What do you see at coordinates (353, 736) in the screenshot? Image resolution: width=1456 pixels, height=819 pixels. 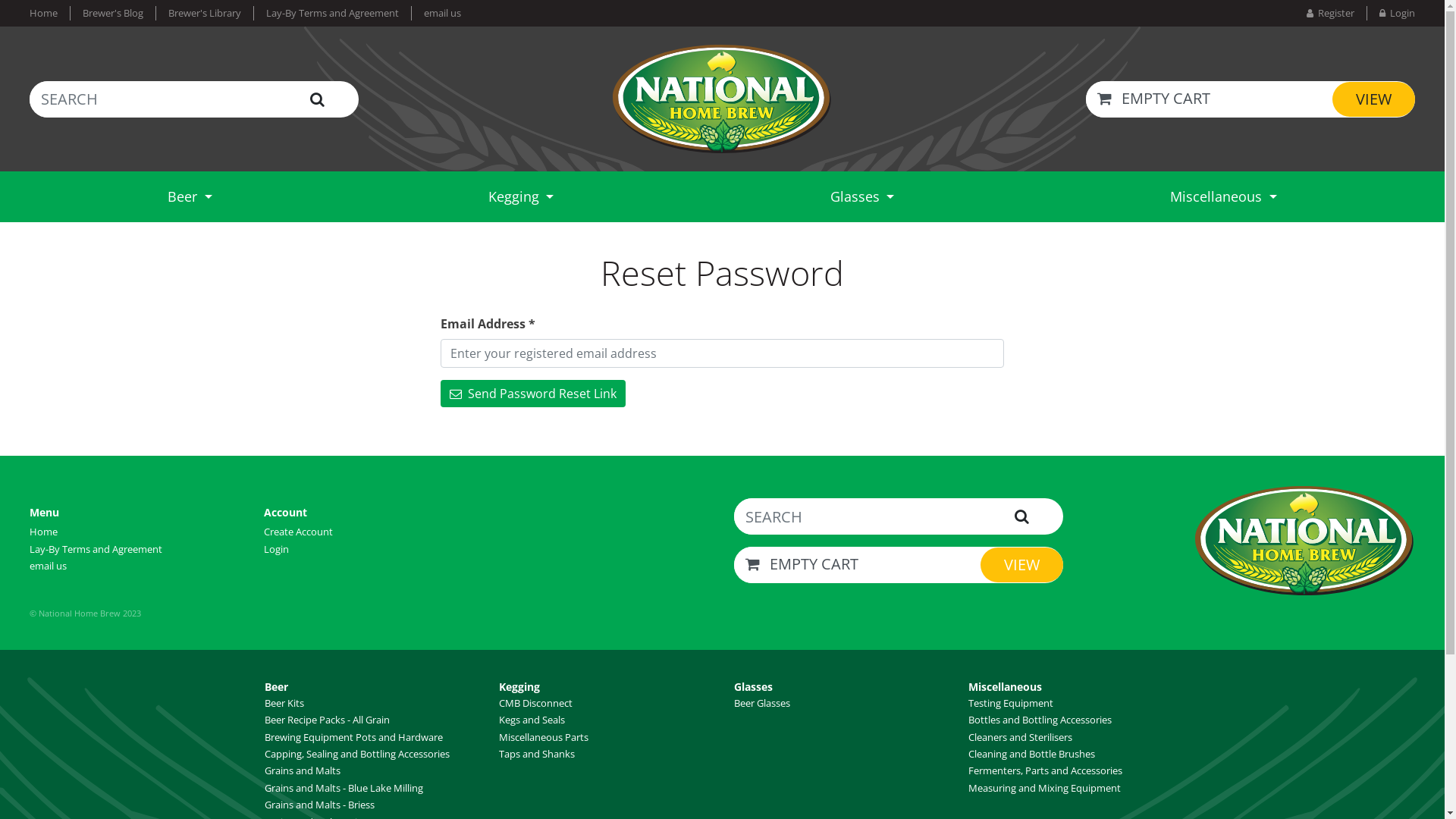 I see `'Brewing Equipment Pots and Hardware'` at bounding box center [353, 736].